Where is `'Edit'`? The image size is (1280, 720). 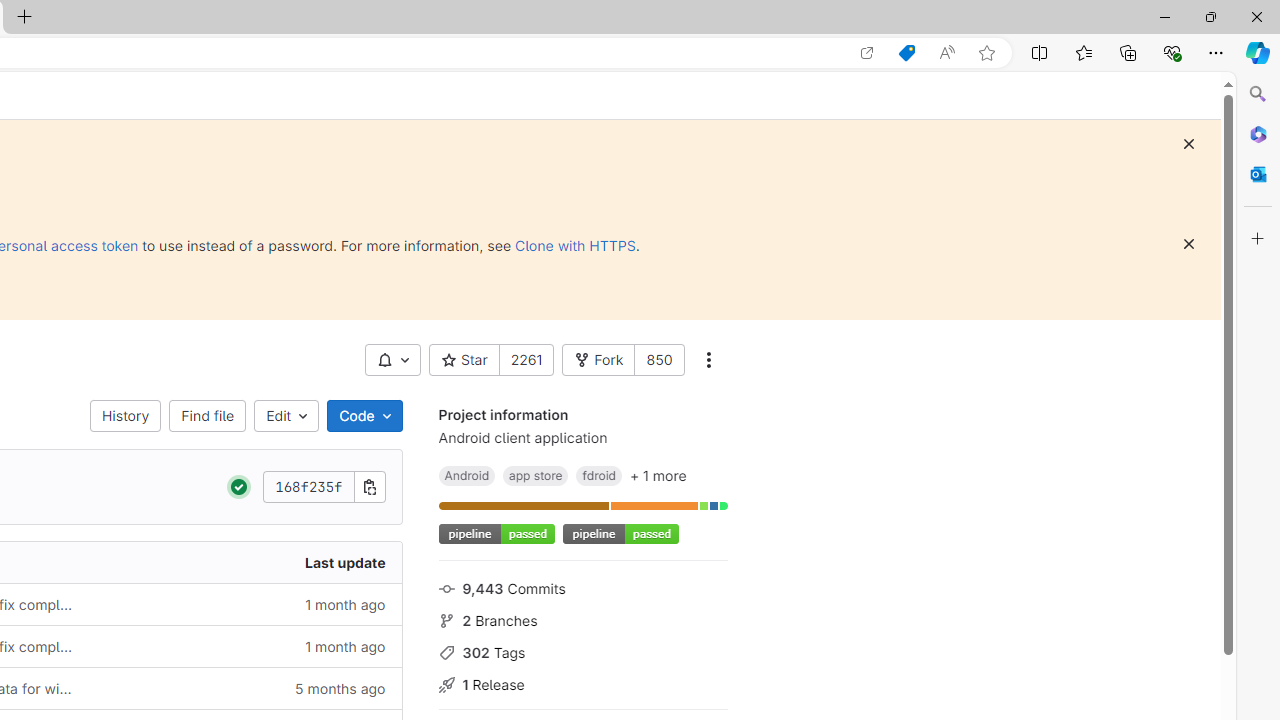
'Edit' is located at coordinates (285, 415).